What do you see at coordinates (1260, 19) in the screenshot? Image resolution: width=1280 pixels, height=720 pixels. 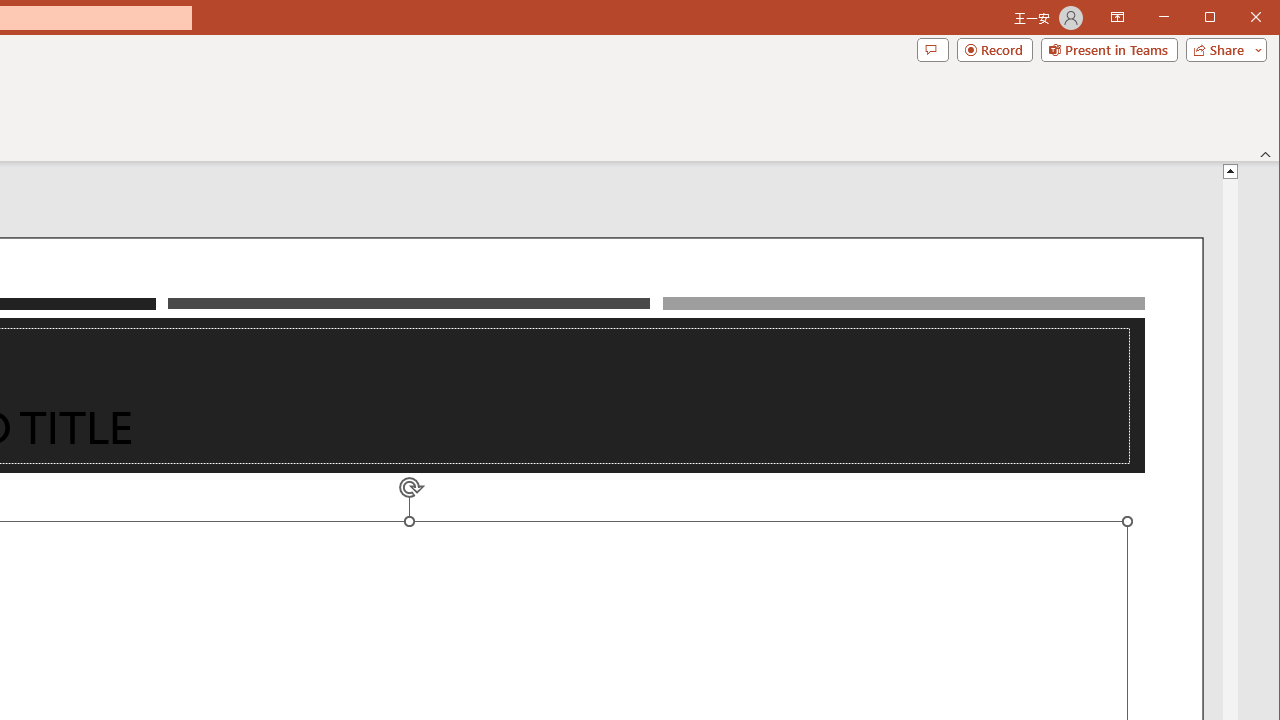 I see `'Close'` at bounding box center [1260, 19].